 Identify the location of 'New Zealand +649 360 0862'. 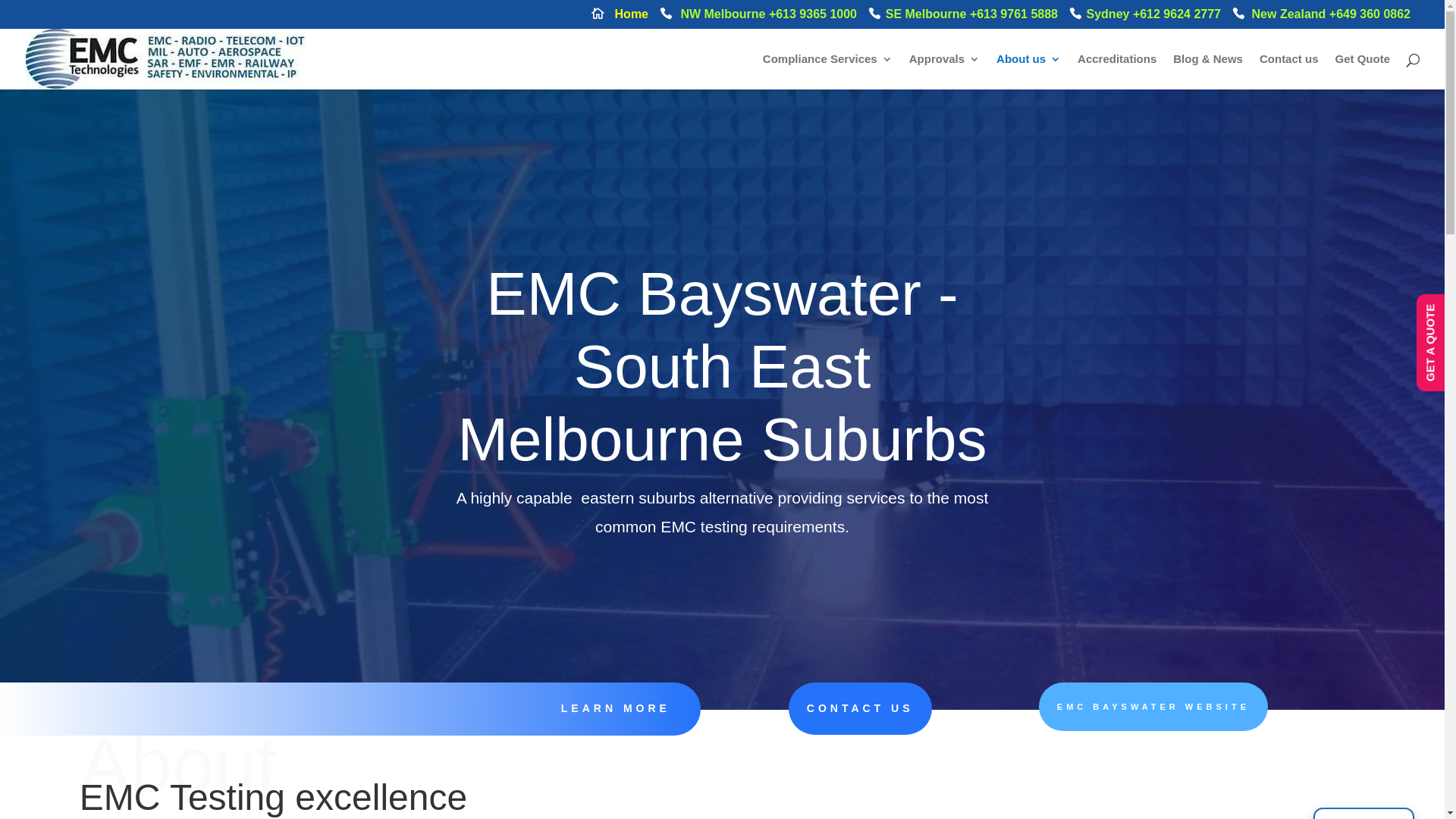
(1320, 18).